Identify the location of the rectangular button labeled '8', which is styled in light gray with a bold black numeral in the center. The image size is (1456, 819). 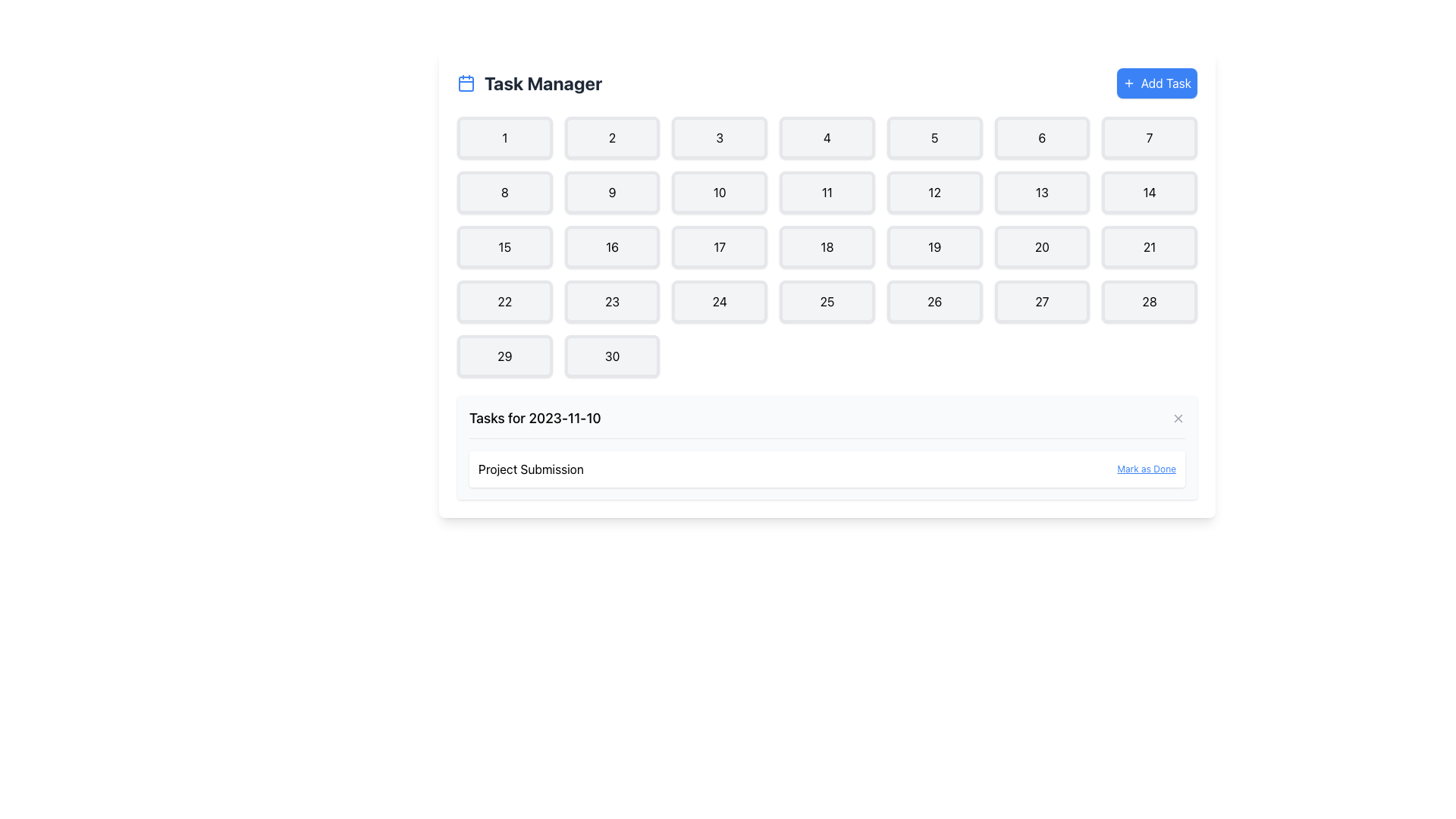
(504, 192).